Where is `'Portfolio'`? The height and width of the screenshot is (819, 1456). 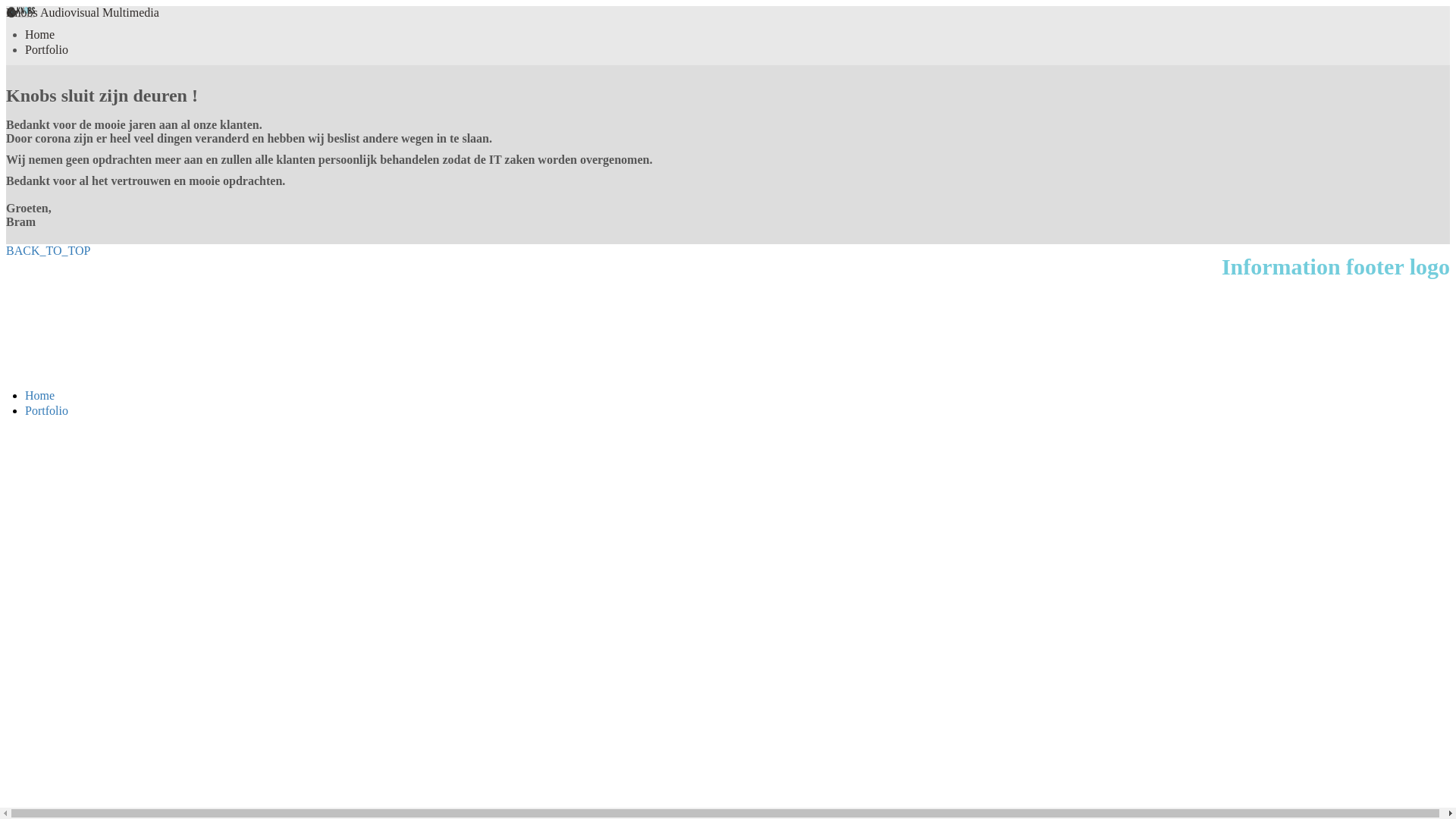
'Portfolio' is located at coordinates (46, 410).